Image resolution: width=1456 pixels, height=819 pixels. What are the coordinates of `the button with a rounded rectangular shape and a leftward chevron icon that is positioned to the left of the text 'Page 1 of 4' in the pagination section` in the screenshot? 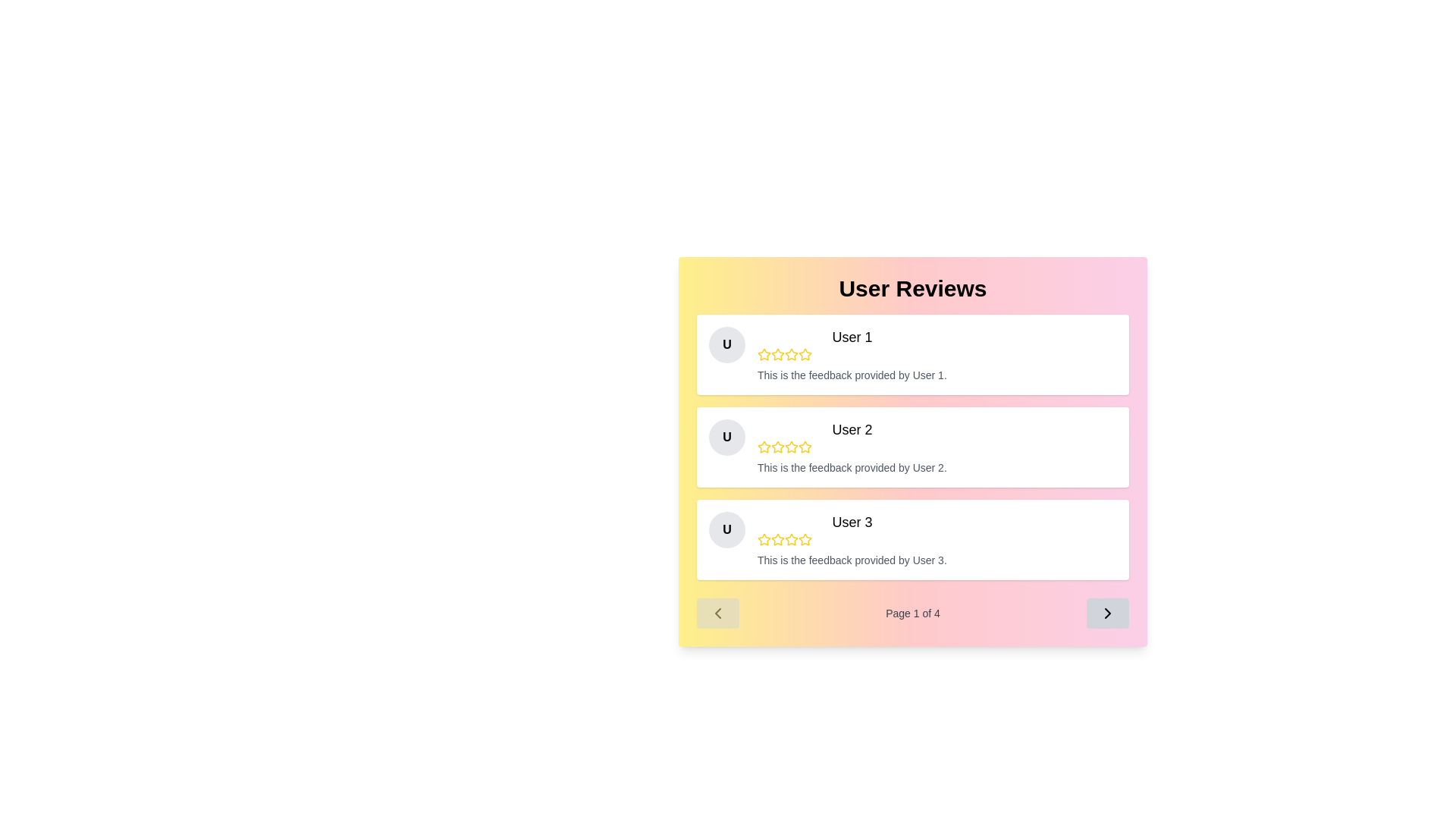 It's located at (717, 613).